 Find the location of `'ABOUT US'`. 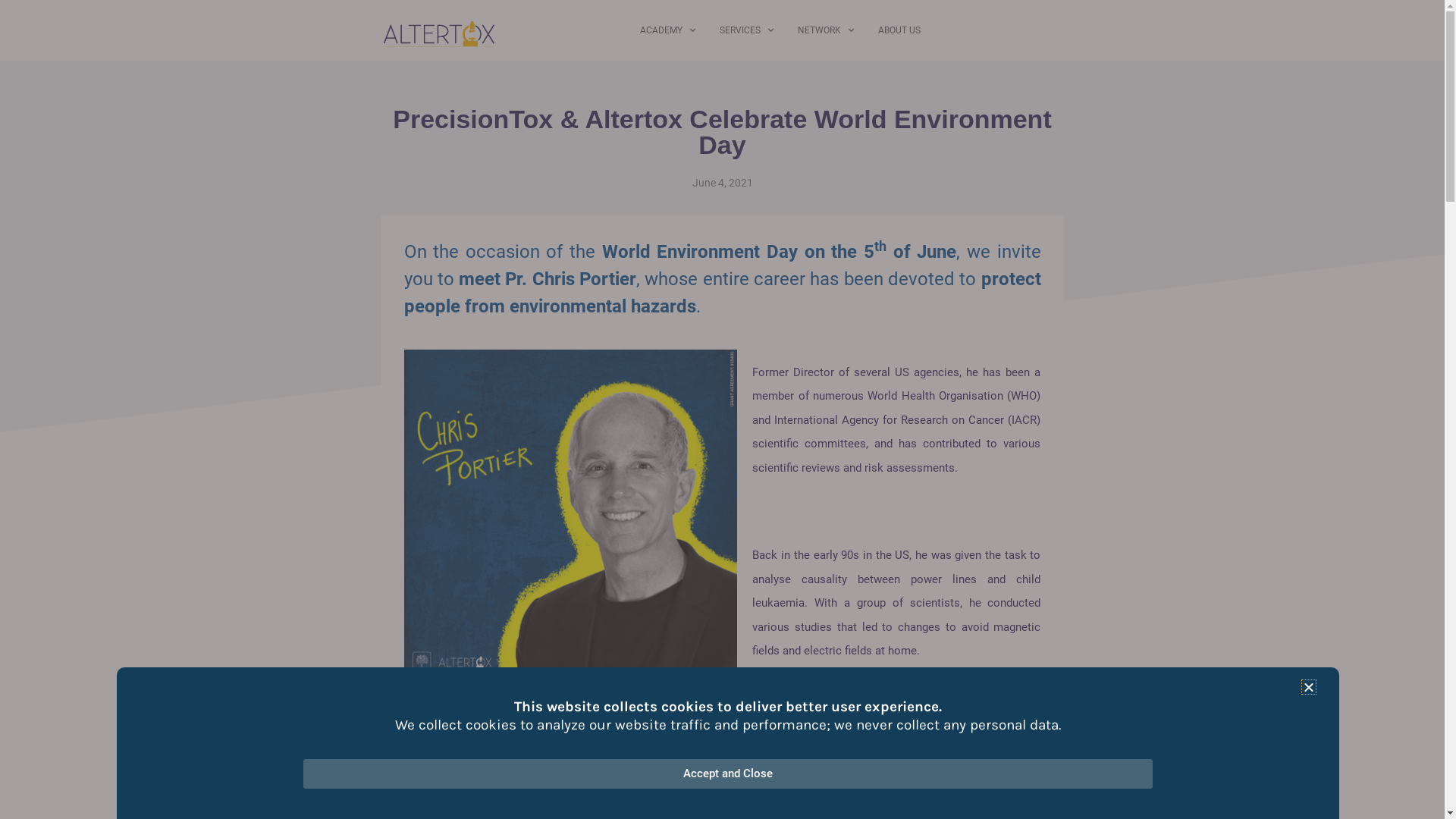

'ABOUT US' is located at coordinates (899, 30).